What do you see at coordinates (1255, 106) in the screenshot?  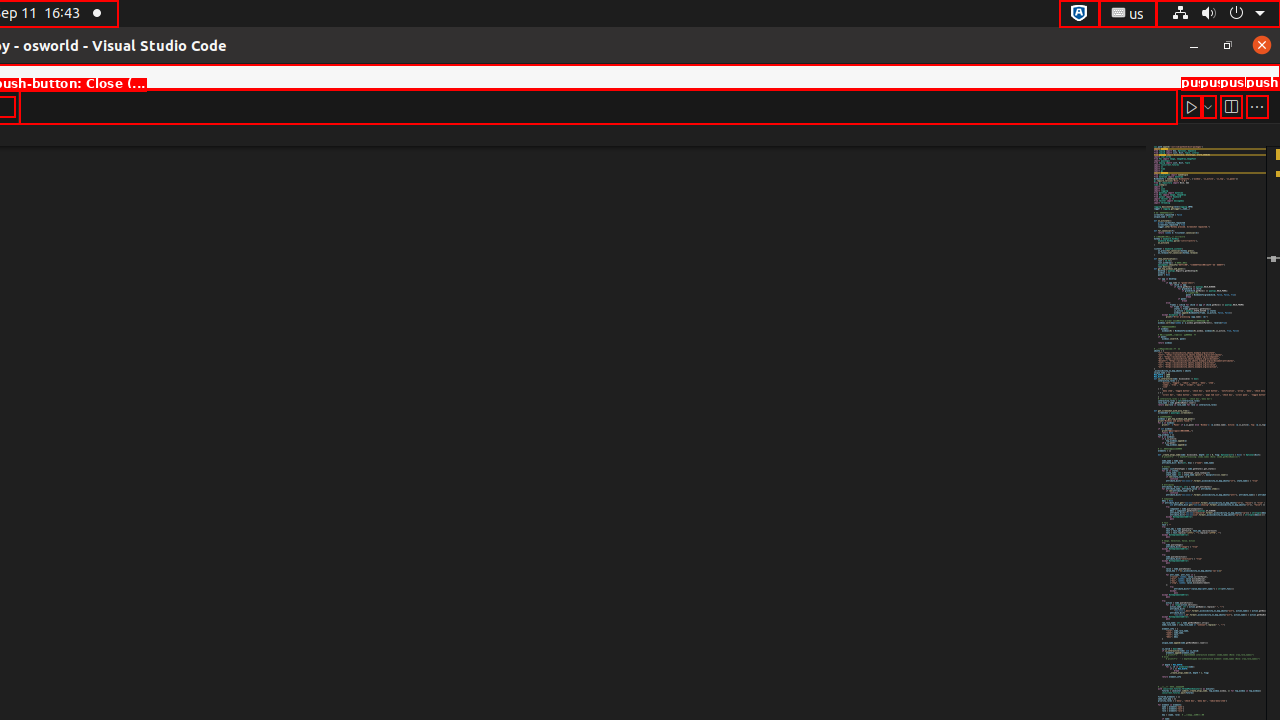 I see `'More Actions...'` at bounding box center [1255, 106].